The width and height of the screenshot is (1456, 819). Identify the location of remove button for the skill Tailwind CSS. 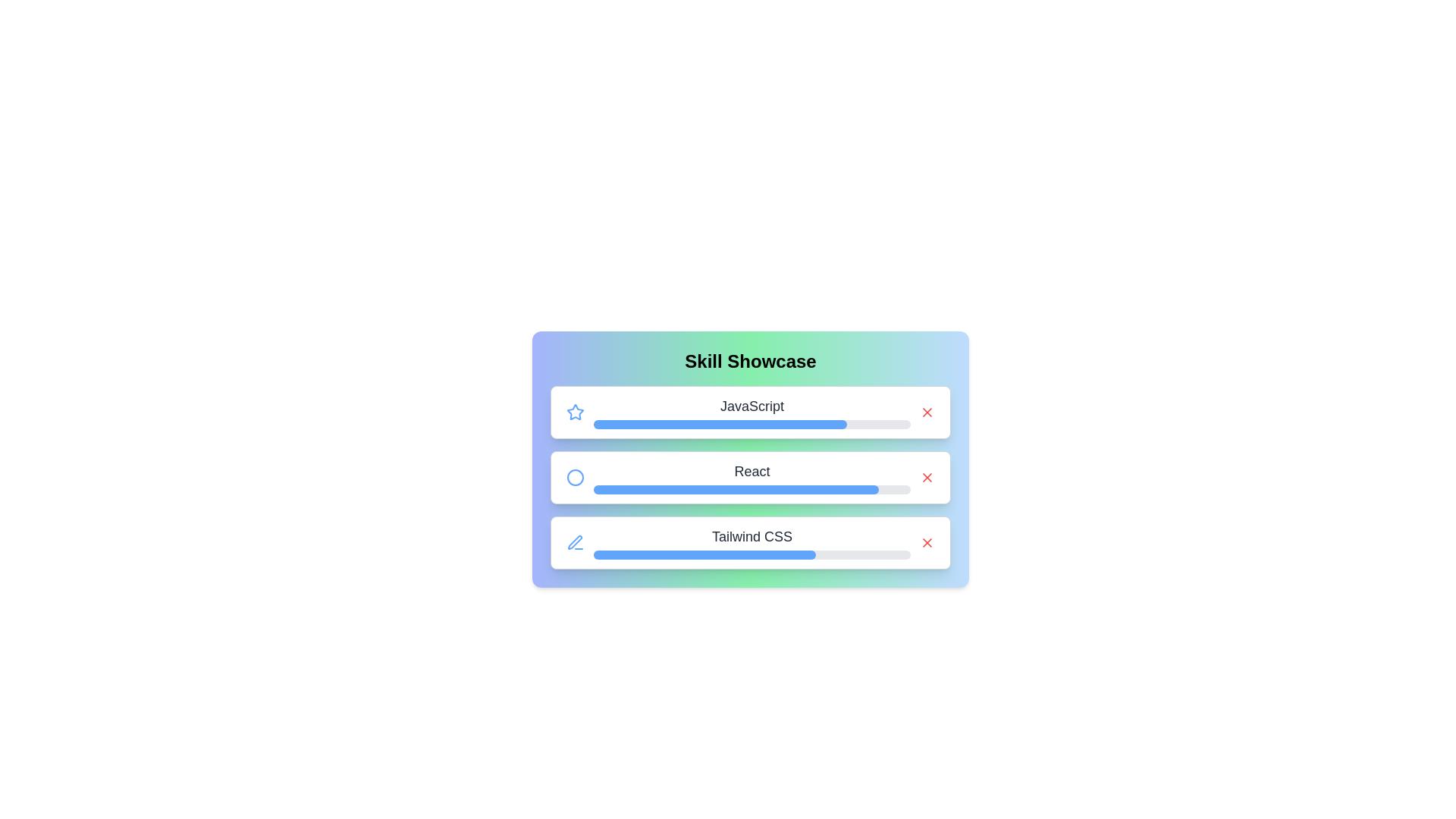
(927, 542).